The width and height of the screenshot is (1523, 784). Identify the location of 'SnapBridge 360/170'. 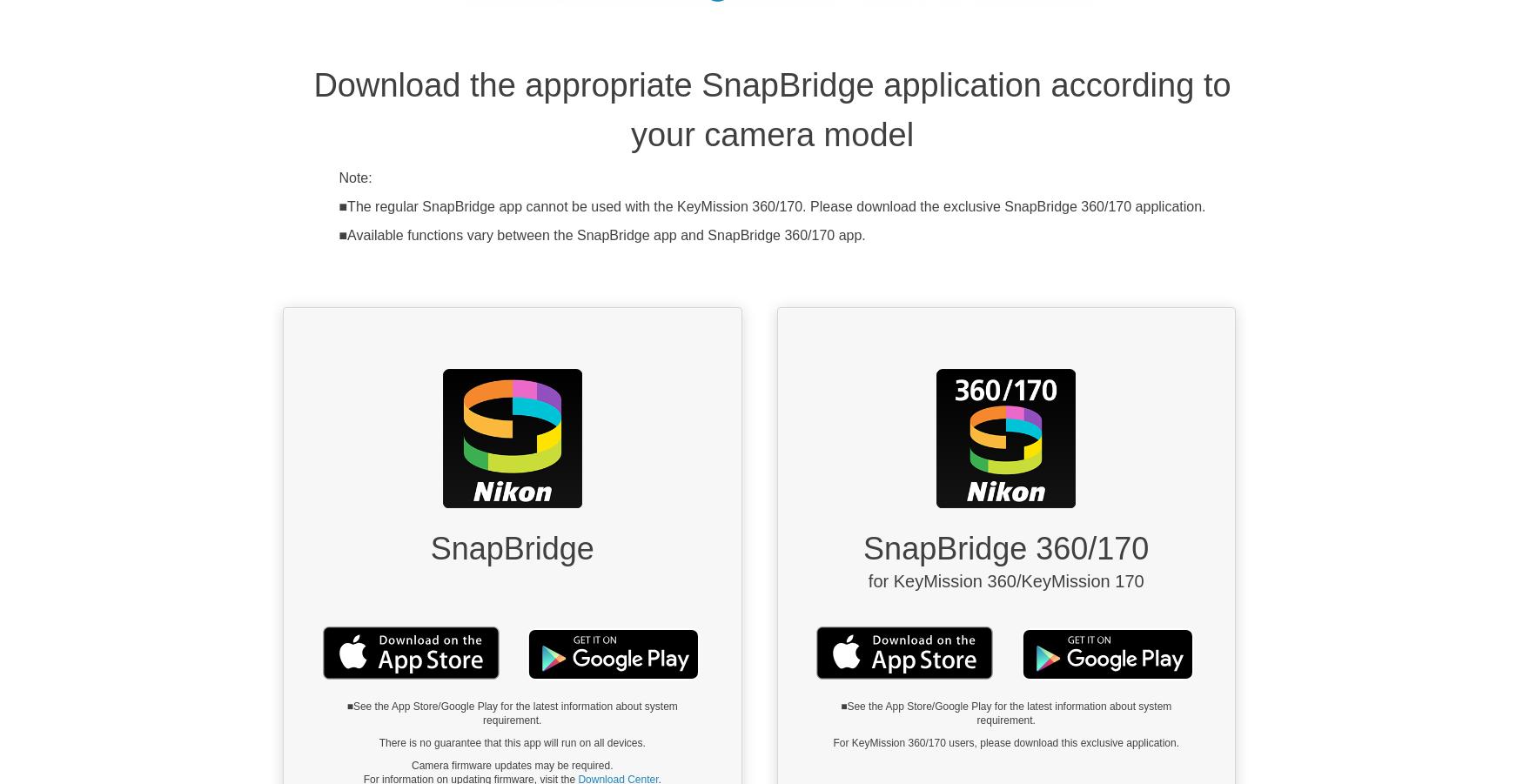
(1005, 548).